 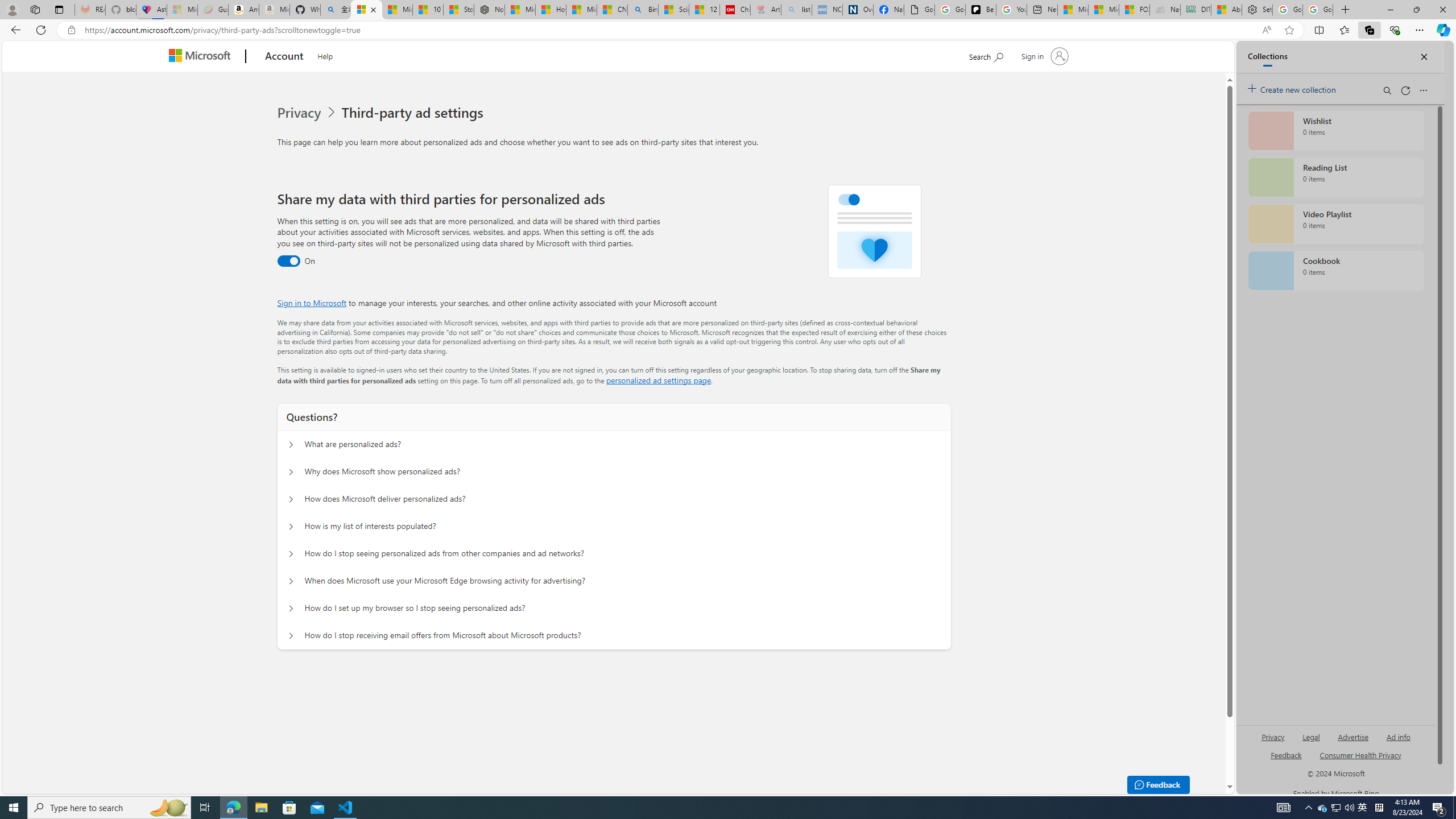 I want to click on 'NCL Adult Asthma Inhaler Choice Guideline - Sleeping', so click(x=827, y=9).